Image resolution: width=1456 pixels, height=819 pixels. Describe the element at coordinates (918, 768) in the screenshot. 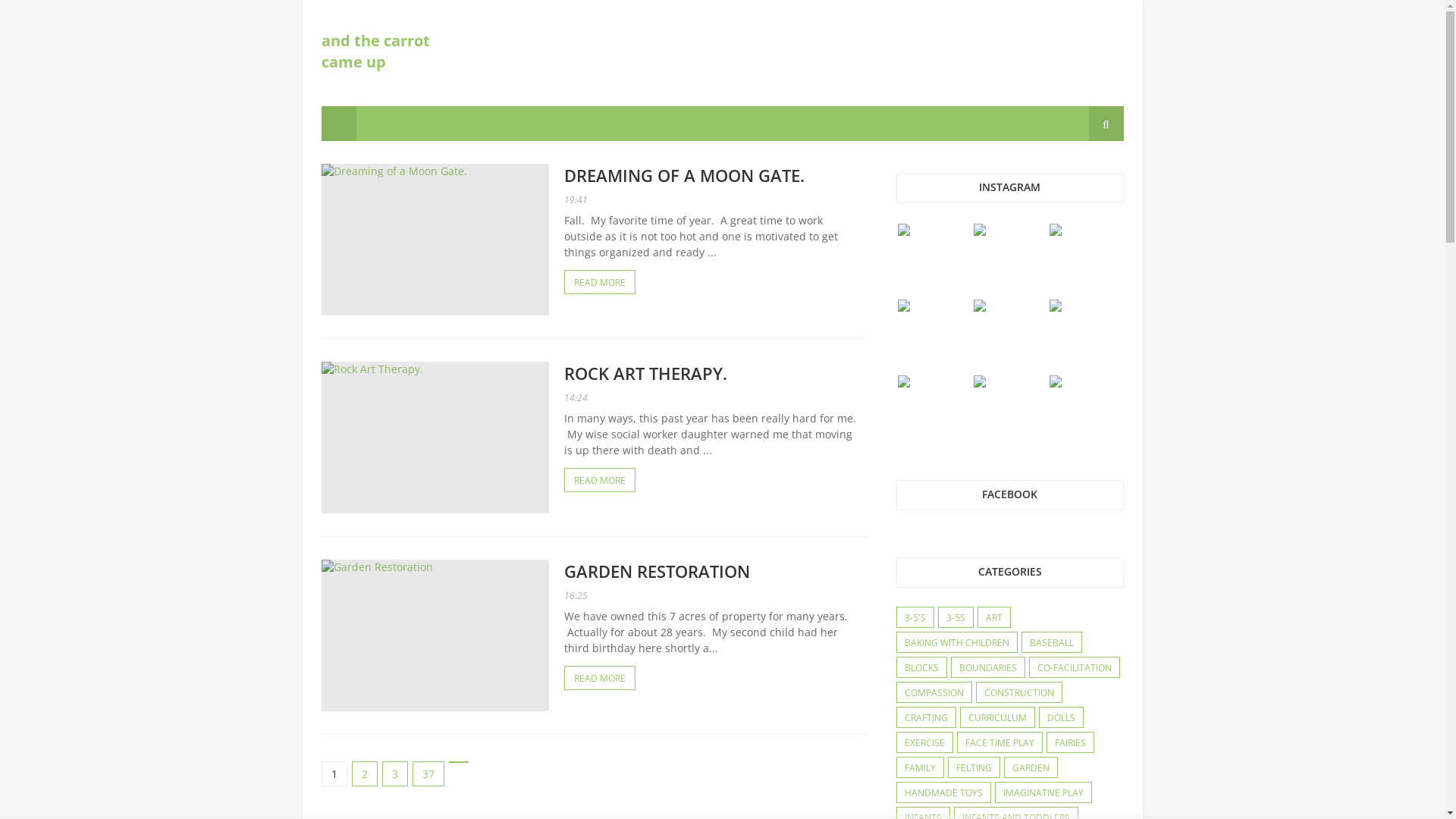

I see `'FAMILY'` at that location.